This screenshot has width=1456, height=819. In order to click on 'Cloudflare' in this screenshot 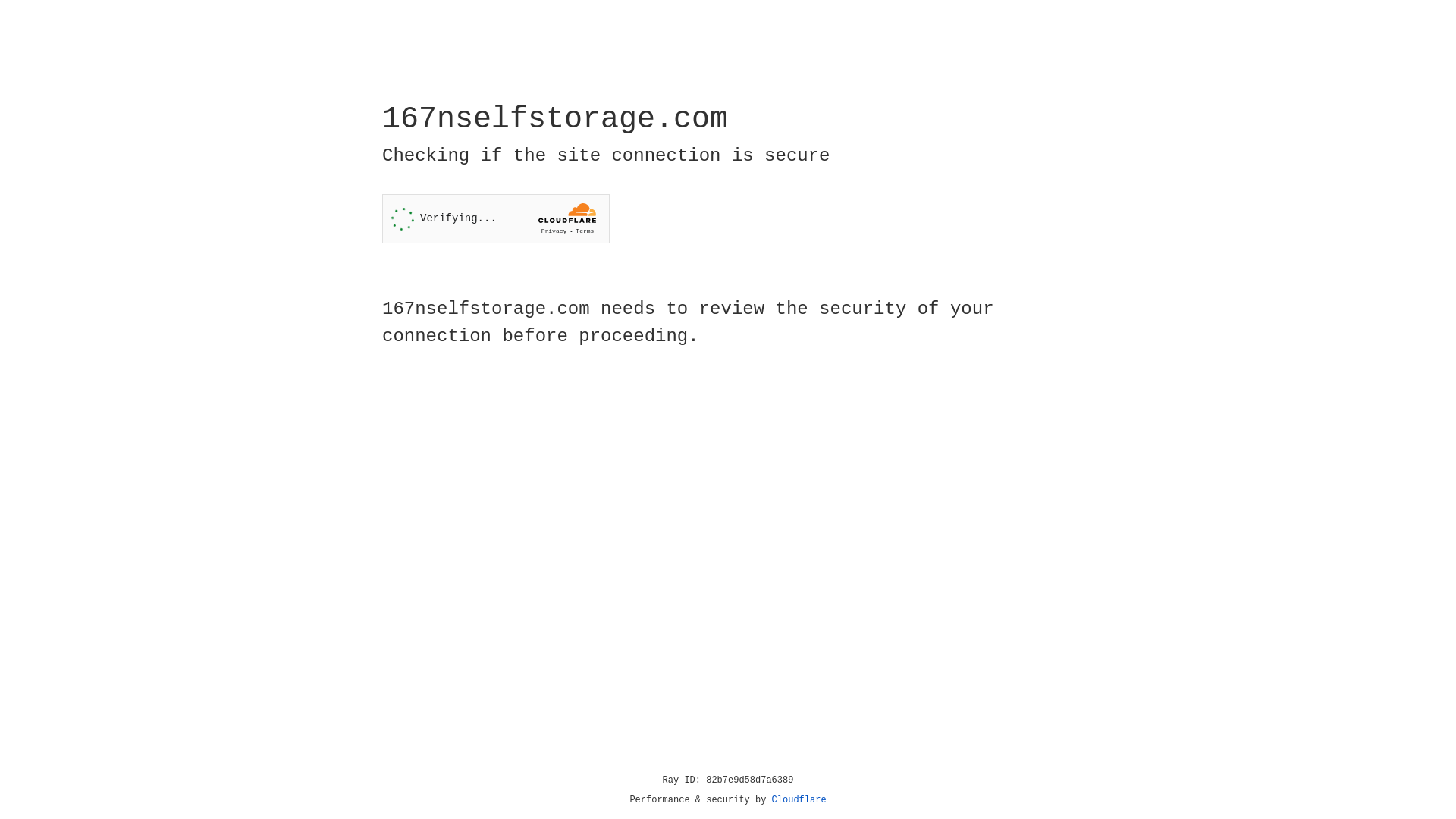, I will do `click(799, 799)`.